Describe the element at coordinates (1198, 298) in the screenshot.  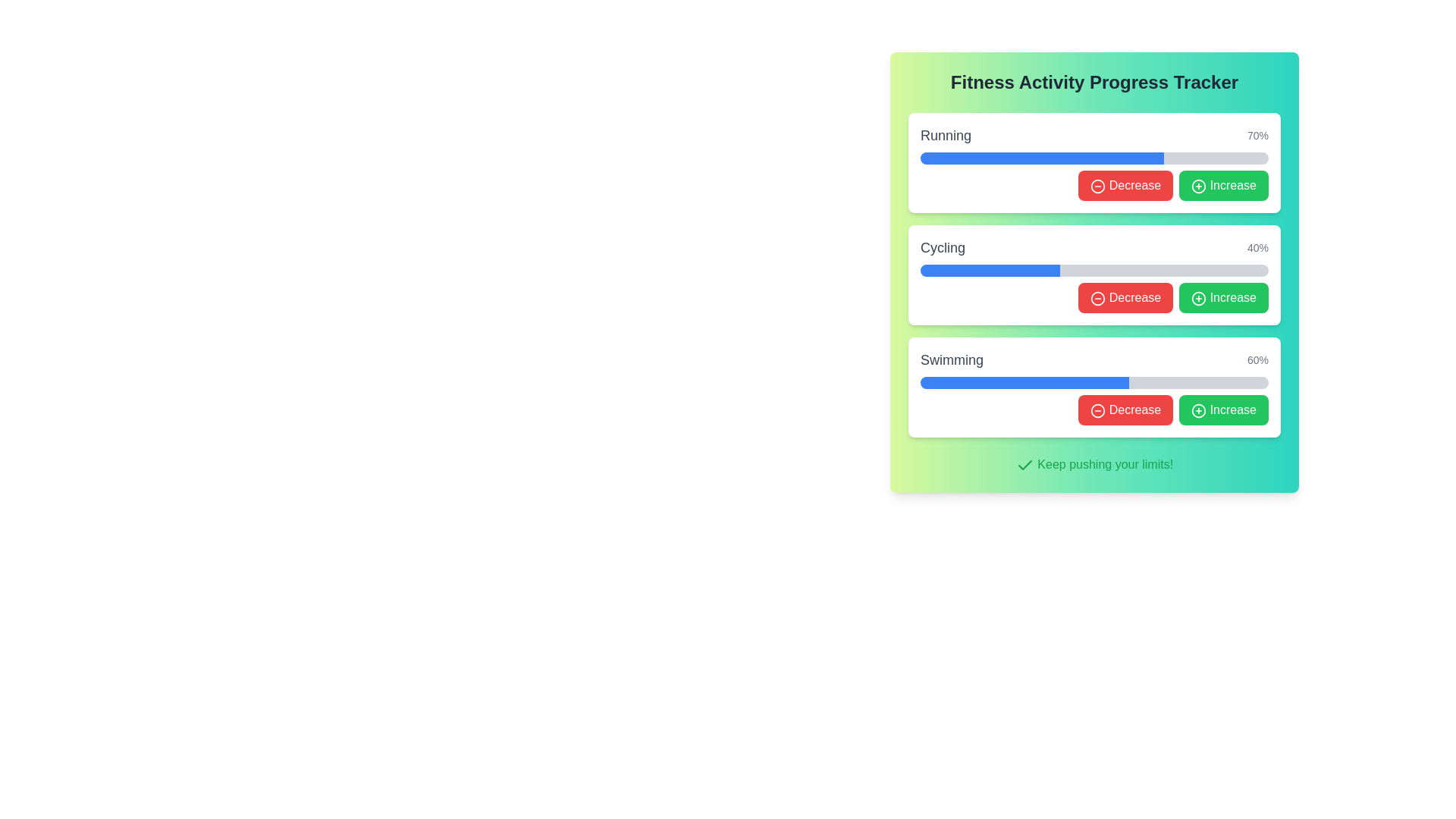
I see `the green circular icon with a plus symbol inside, located at the right end of the green 'Increase' button in the Cycling section` at that location.